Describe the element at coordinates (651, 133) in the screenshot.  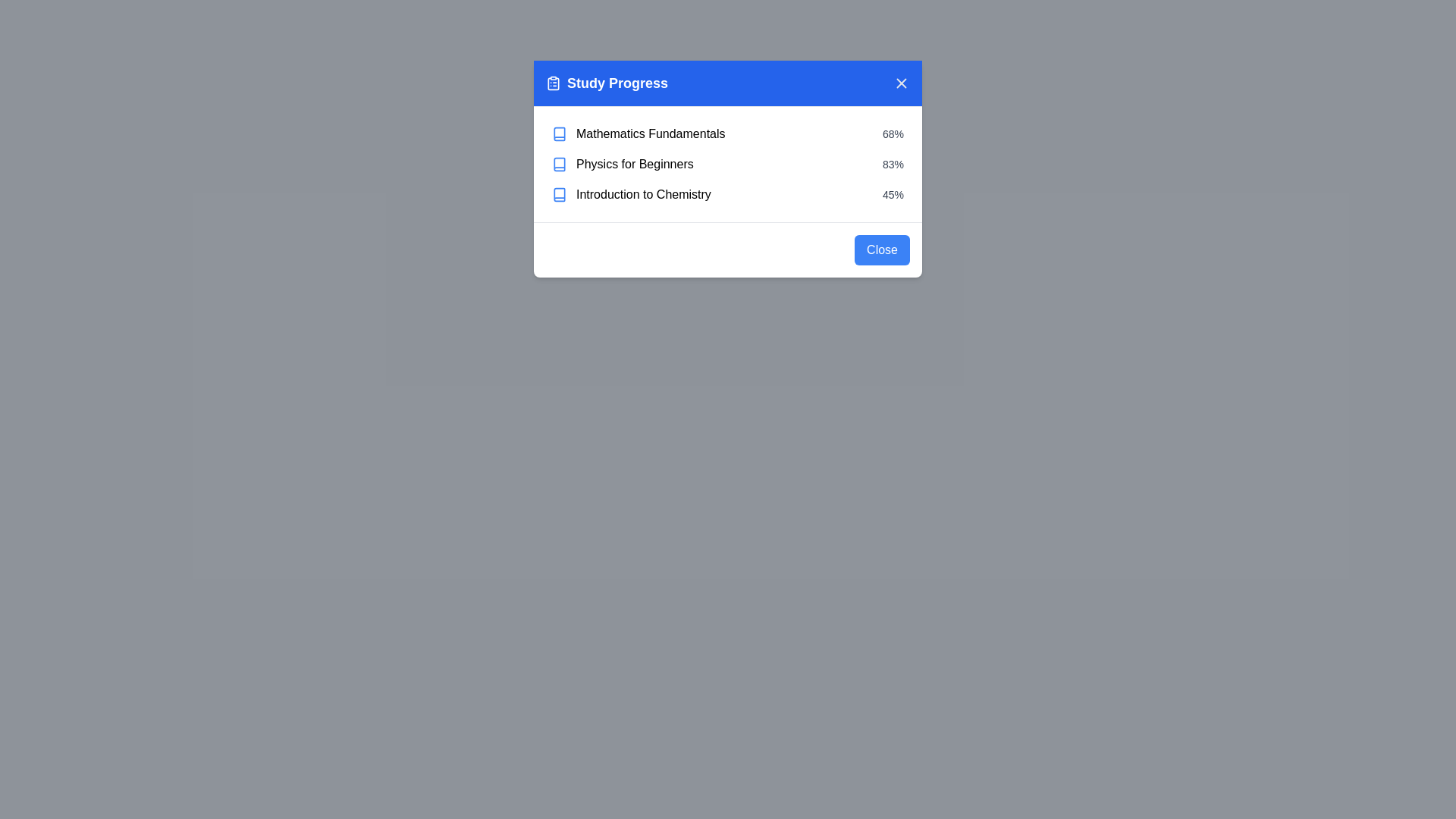
I see `the text label 'Mathematics Fundamentals' to select it, which is positioned` at that location.